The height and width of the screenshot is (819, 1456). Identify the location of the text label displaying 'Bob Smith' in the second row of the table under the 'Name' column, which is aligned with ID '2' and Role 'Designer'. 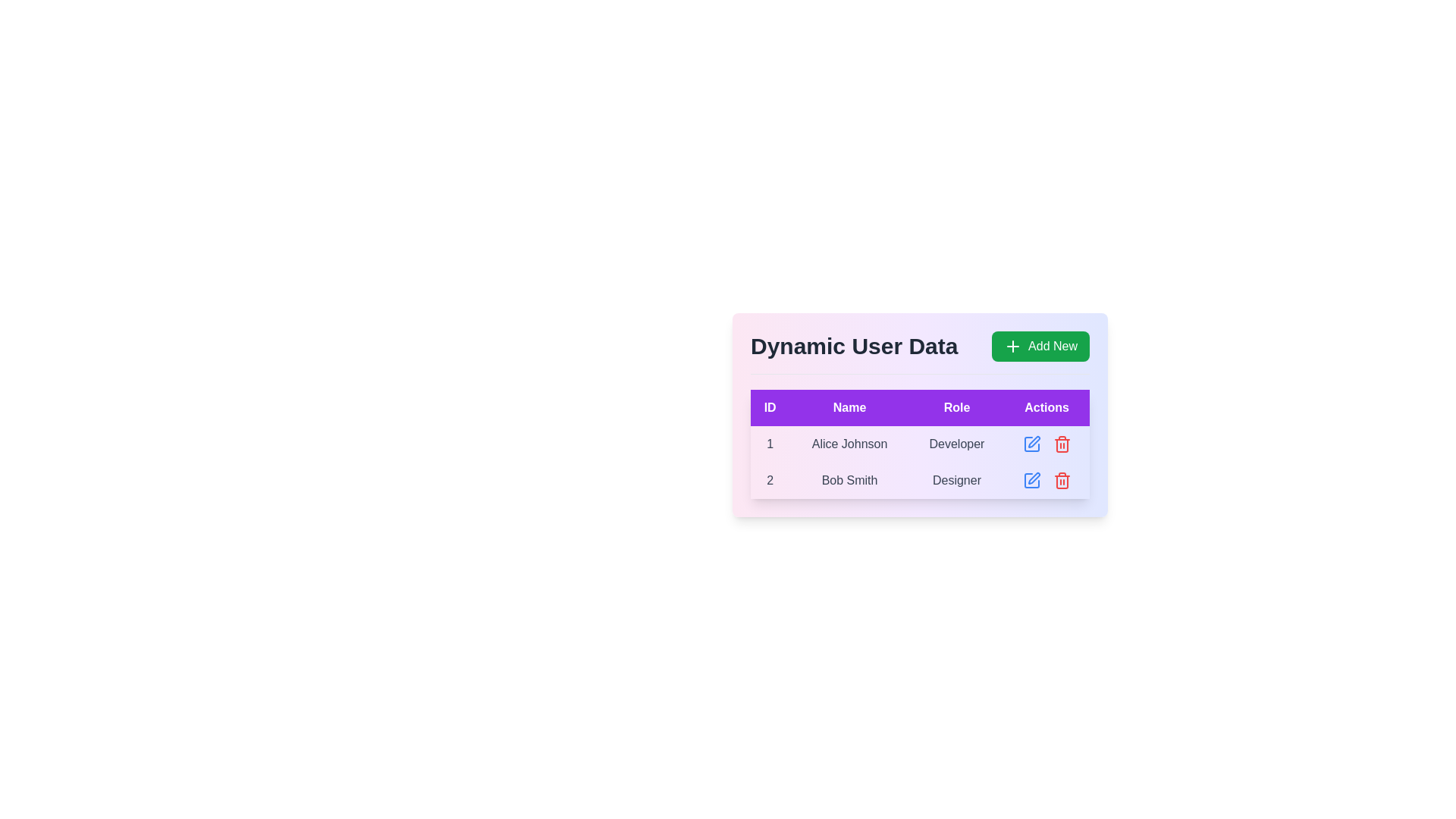
(849, 480).